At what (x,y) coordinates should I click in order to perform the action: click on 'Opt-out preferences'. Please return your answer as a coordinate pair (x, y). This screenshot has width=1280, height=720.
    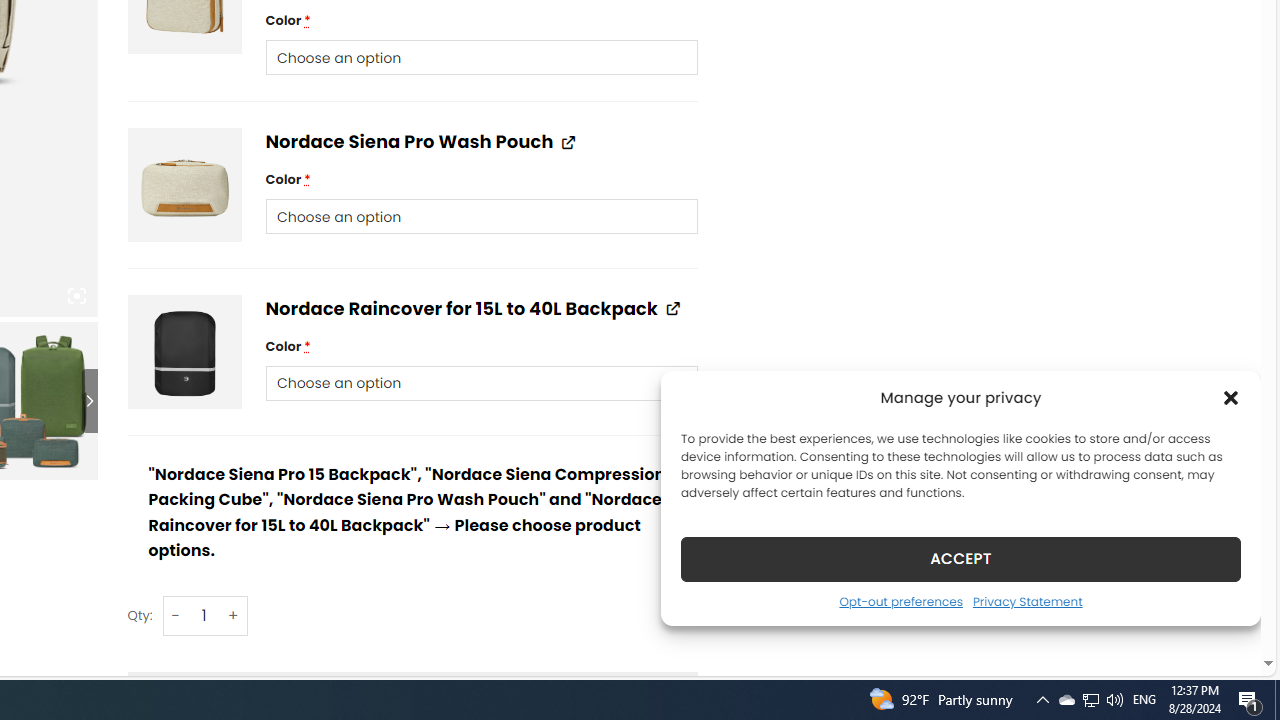
    Looking at the image, I should click on (899, 600).